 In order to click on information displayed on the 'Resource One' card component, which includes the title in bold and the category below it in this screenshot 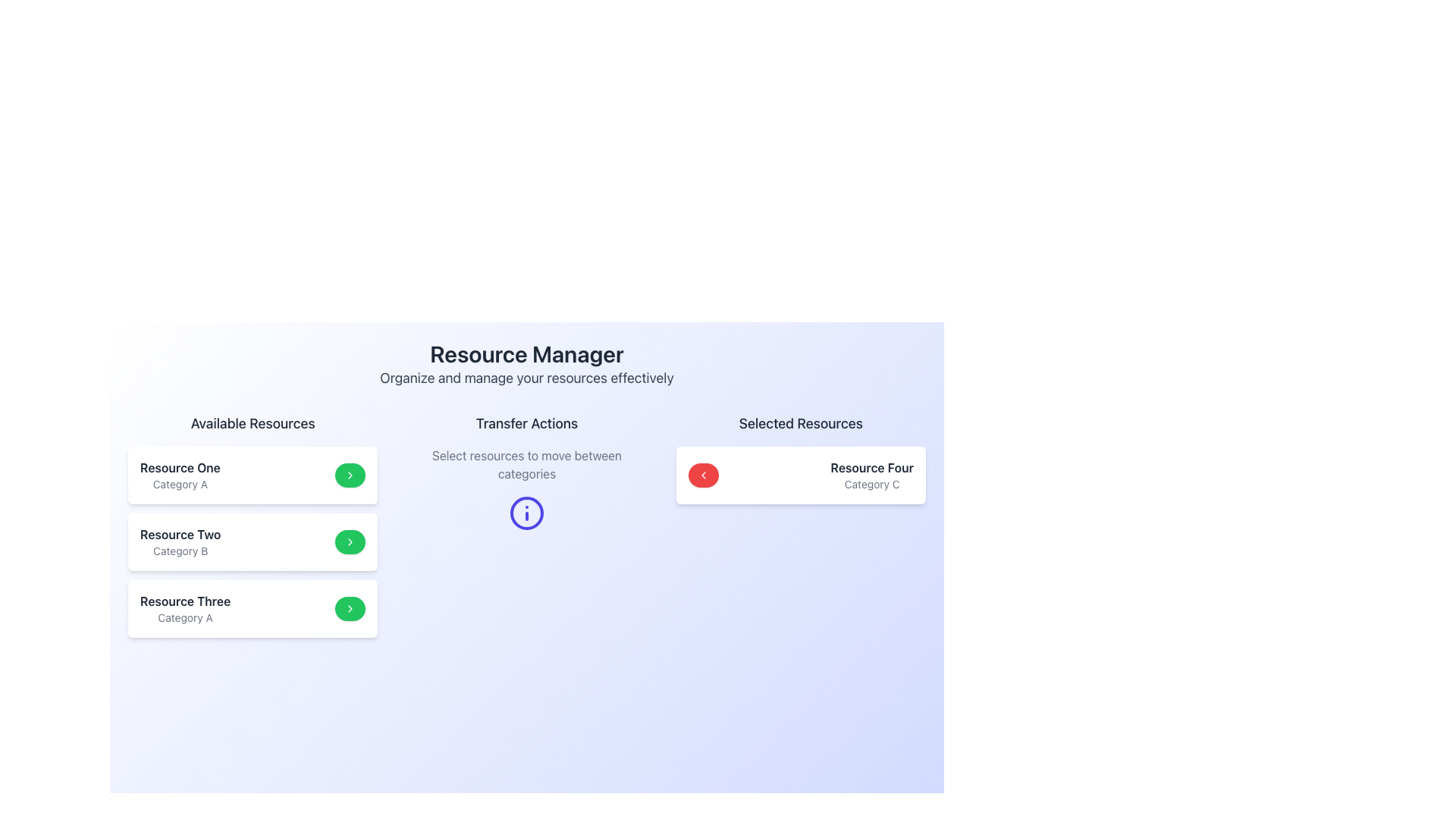, I will do `click(253, 475)`.